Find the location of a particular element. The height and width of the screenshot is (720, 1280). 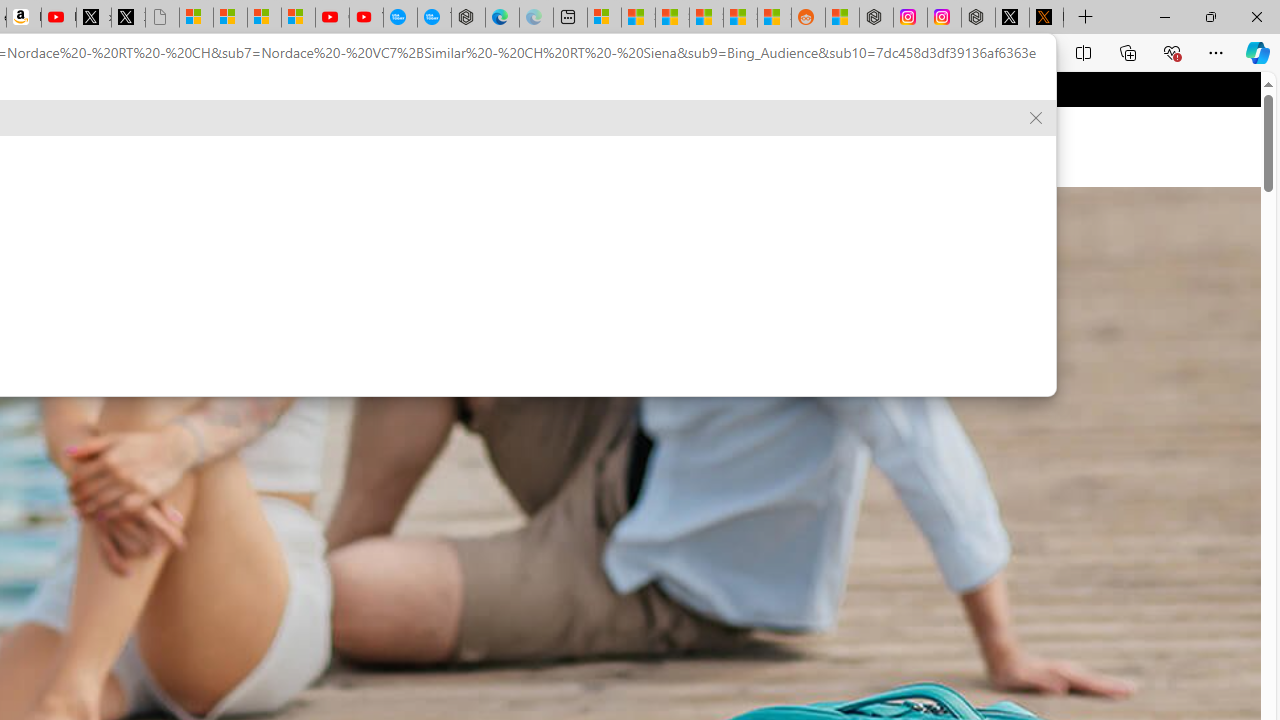

'Day 1: Arriving in Yemen (surreal to be here) - YouTube' is located at coordinates (58, 17).